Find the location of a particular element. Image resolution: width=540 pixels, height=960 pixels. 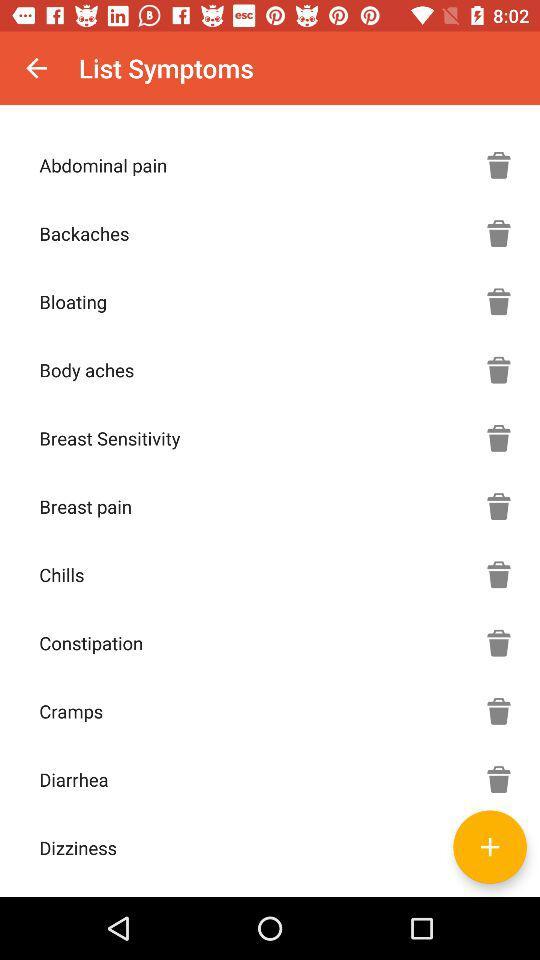

remove symptom is located at coordinates (498, 301).